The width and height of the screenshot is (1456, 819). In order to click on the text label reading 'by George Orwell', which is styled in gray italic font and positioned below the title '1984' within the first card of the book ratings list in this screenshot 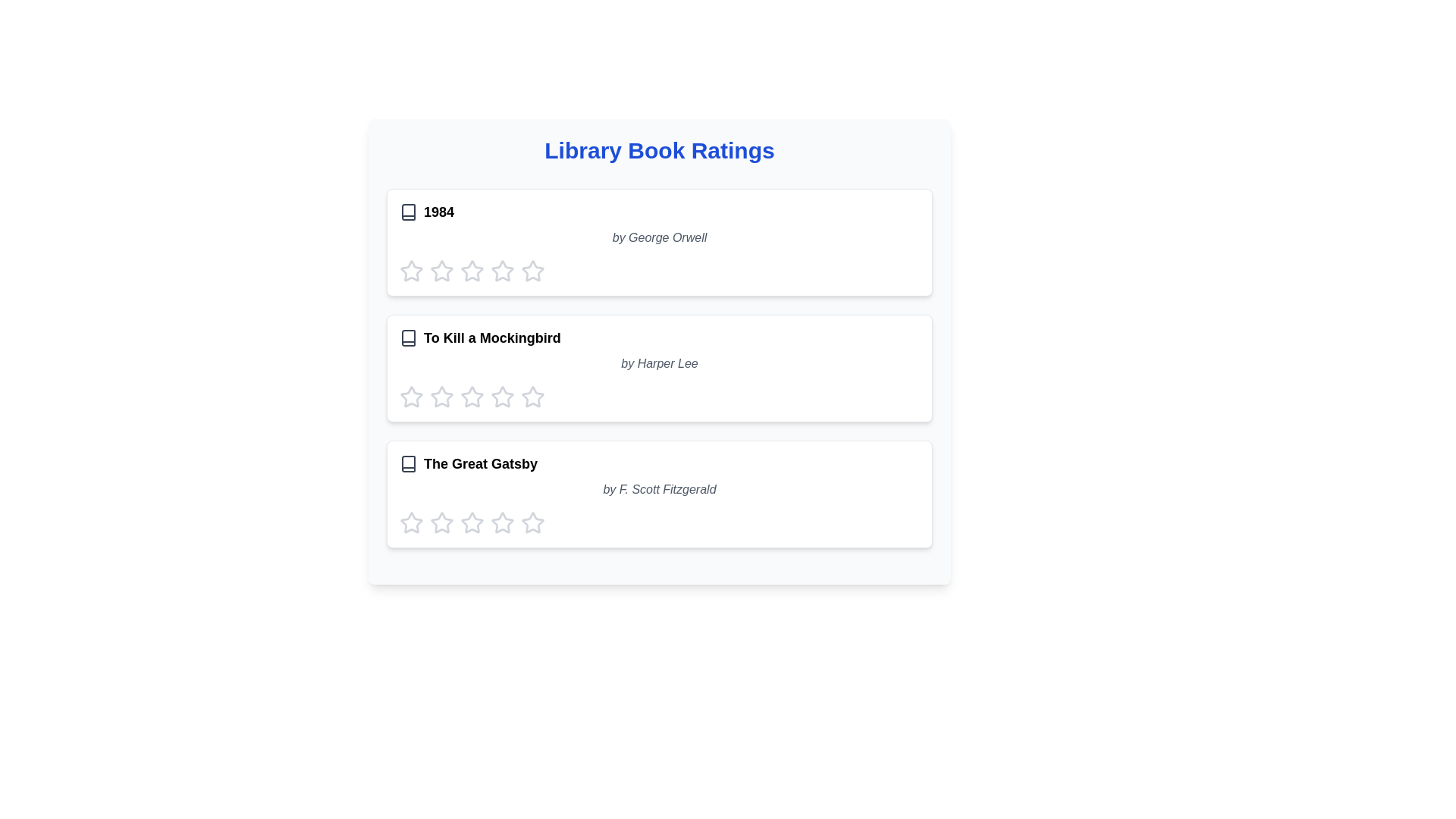, I will do `click(659, 237)`.